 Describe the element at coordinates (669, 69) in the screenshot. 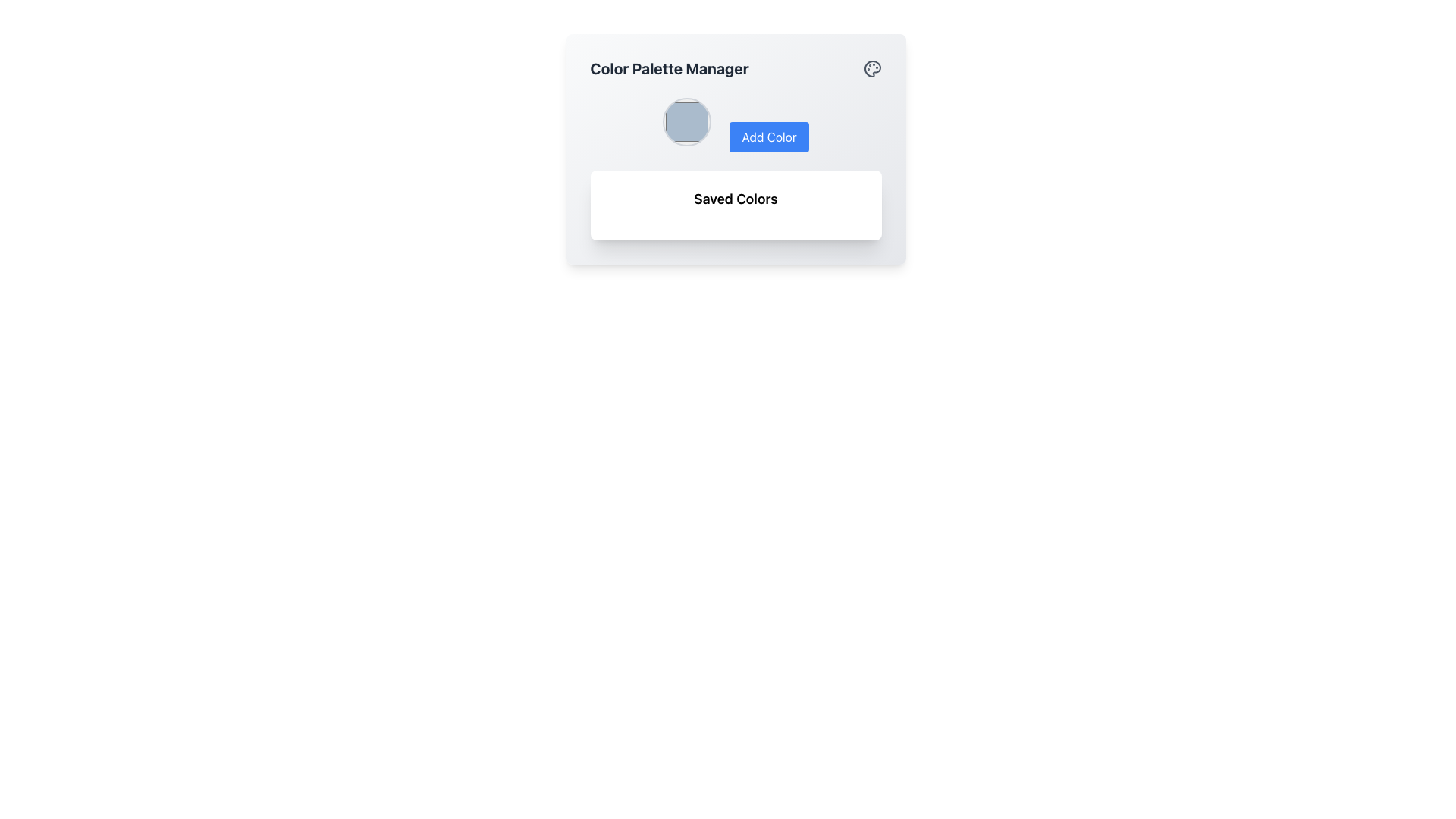

I see `the bold, large-sized text reading 'Color Palette Manager' in dark gray, located prominently at the top-left area of the interface` at that location.